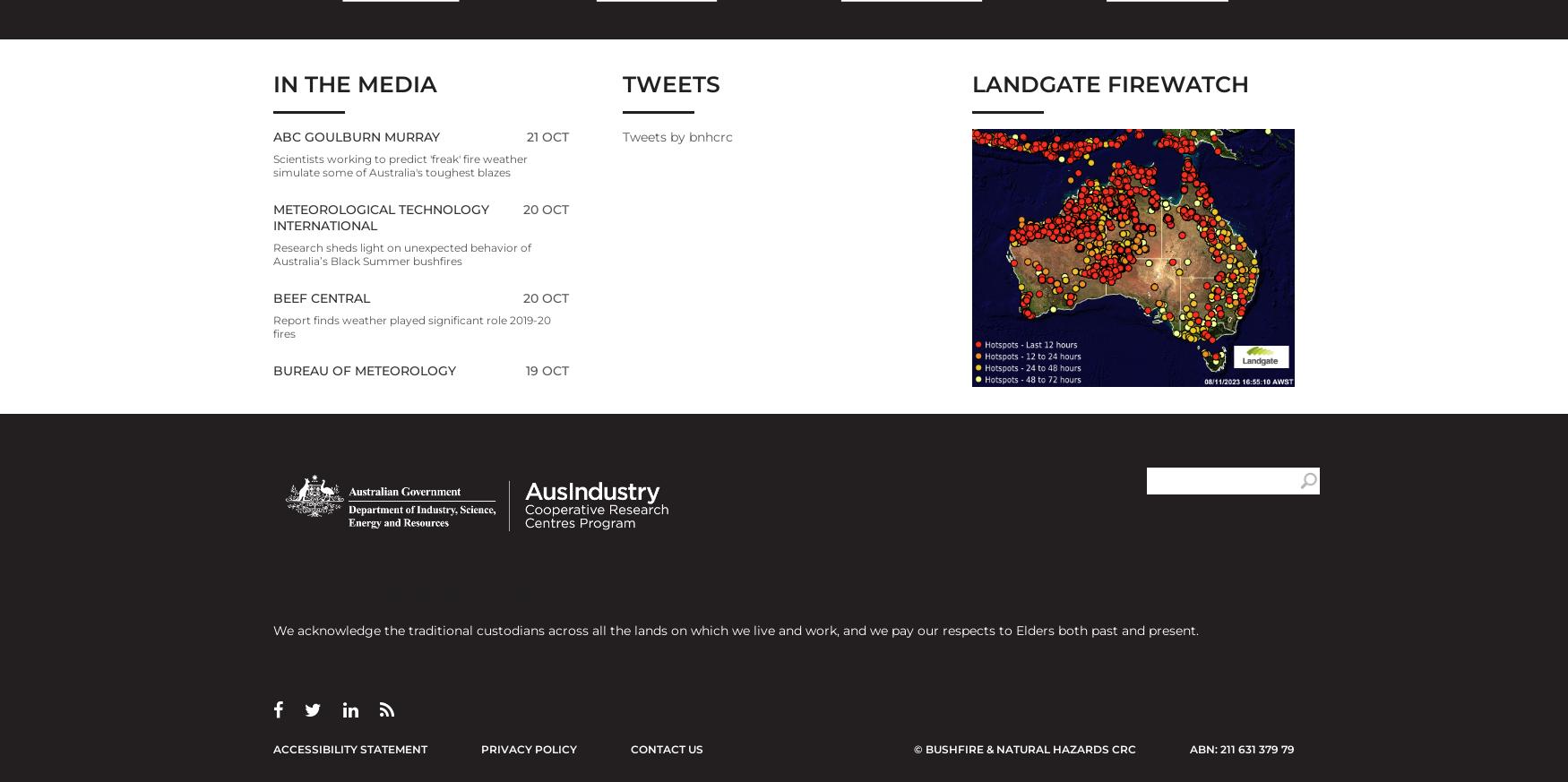  I want to click on 'news.com.au', so click(321, 658).